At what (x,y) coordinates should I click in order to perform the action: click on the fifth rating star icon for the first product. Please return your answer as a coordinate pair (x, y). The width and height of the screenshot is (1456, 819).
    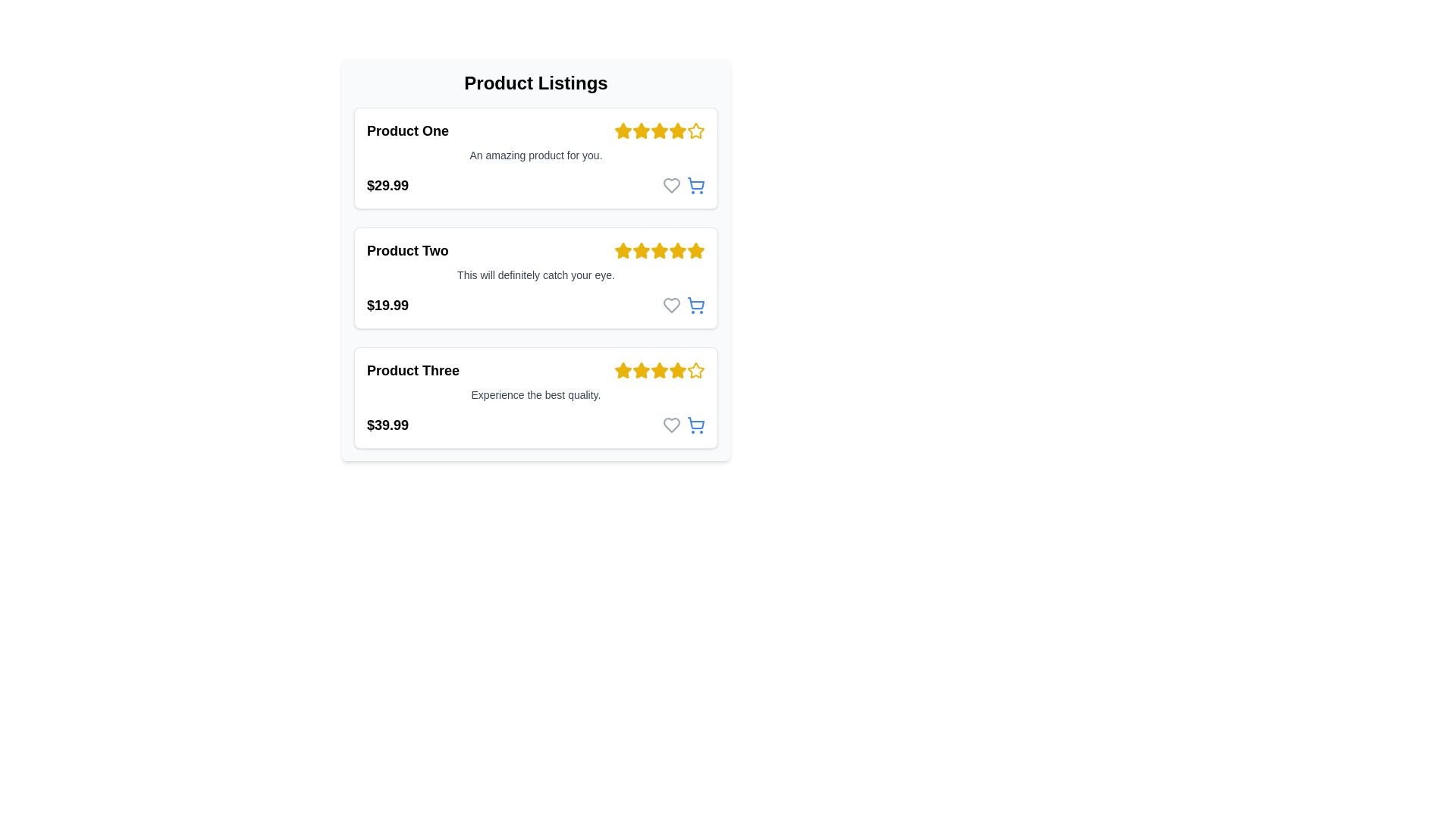
    Looking at the image, I should click on (695, 130).